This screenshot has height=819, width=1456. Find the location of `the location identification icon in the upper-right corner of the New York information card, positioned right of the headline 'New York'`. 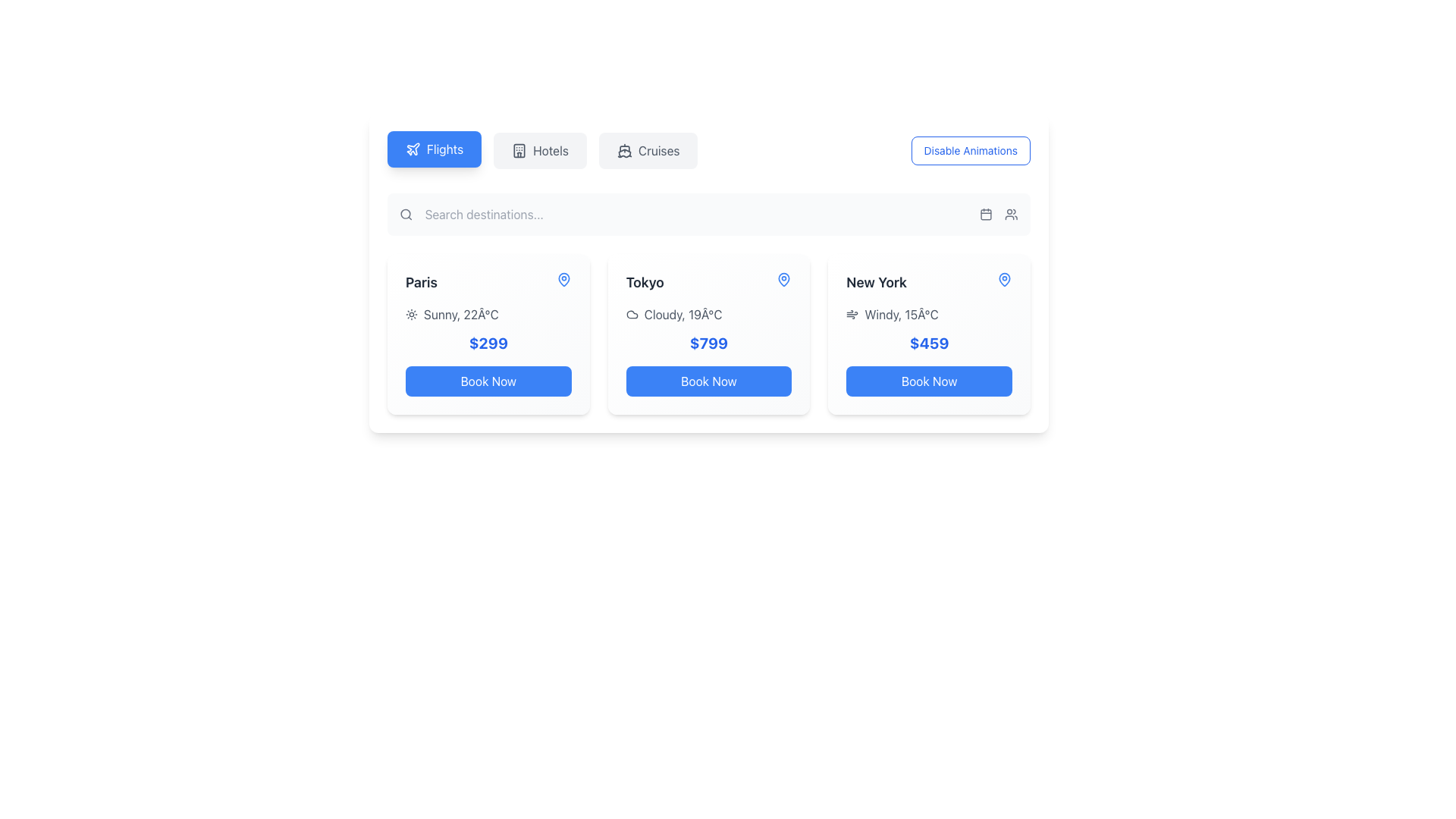

the location identification icon in the upper-right corner of the New York information card, positioned right of the headline 'New York' is located at coordinates (1004, 280).